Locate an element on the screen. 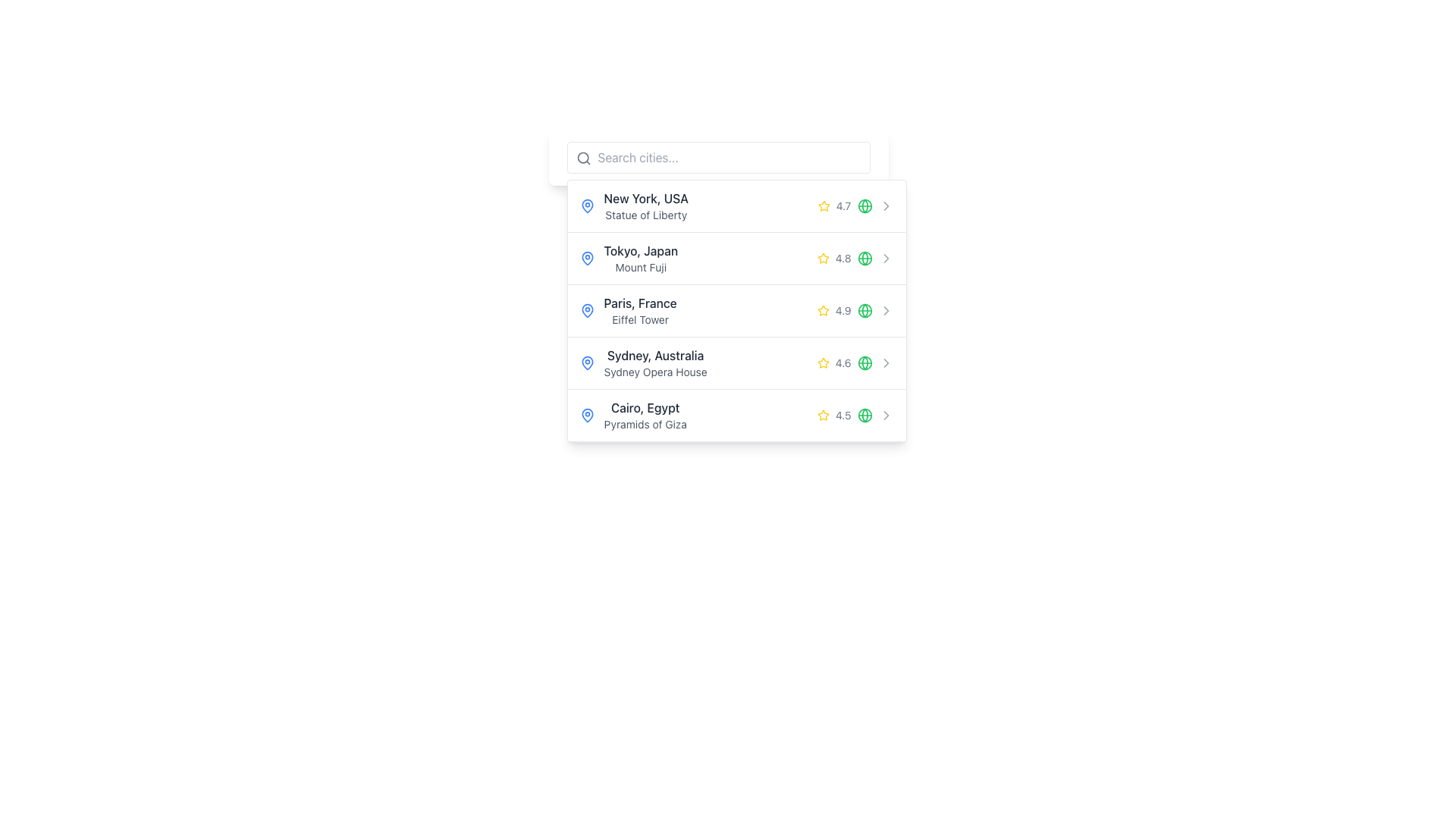  the star rating icon for 'Tokyo, Japan' located in the rating row, which is part of a column of similar icons is located at coordinates (822, 257).